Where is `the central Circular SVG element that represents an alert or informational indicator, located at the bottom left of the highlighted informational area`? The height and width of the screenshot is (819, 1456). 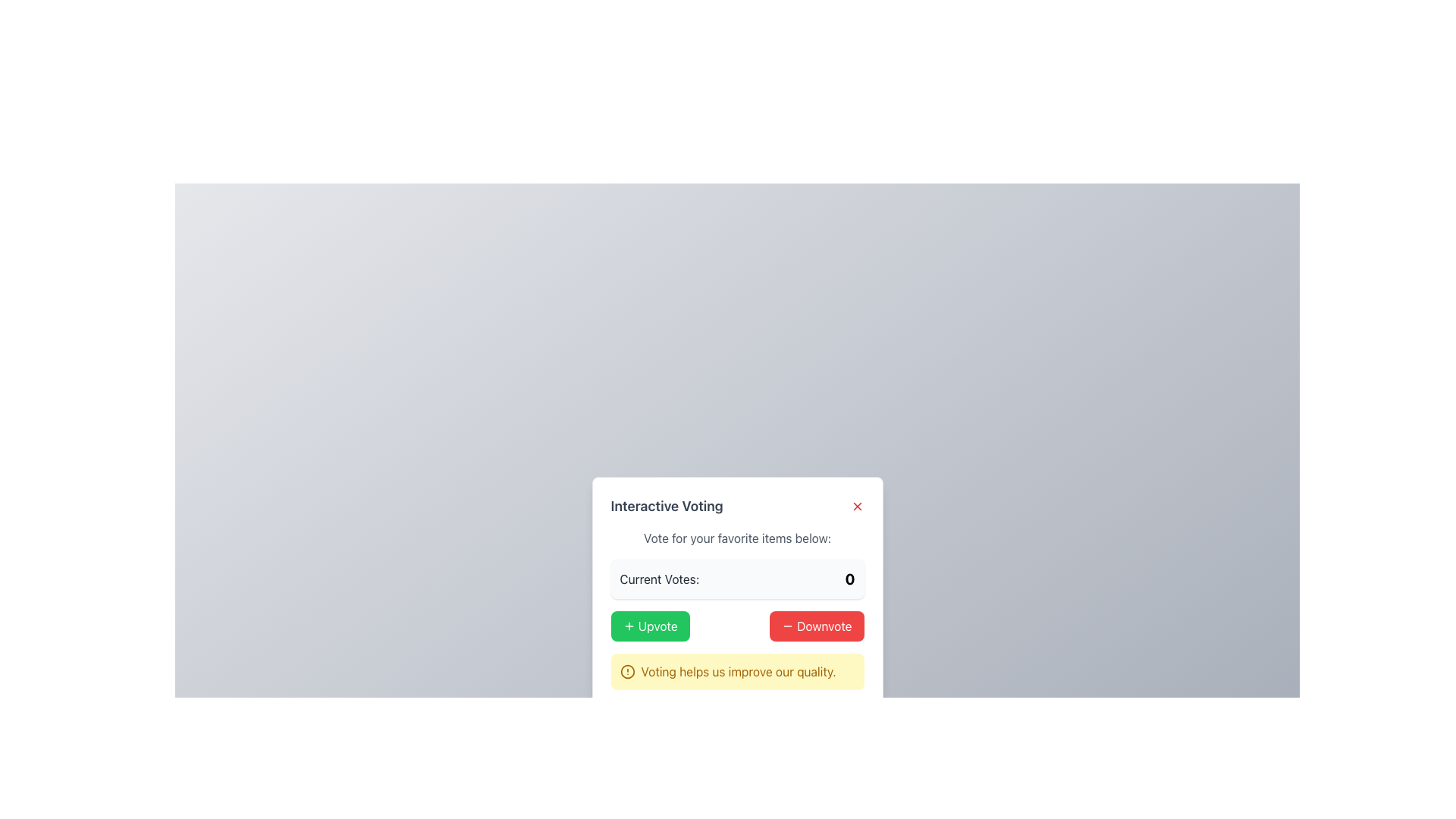
the central Circular SVG element that represents an alert or informational indicator, located at the bottom left of the highlighted informational area is located at coordinates (627, 671).